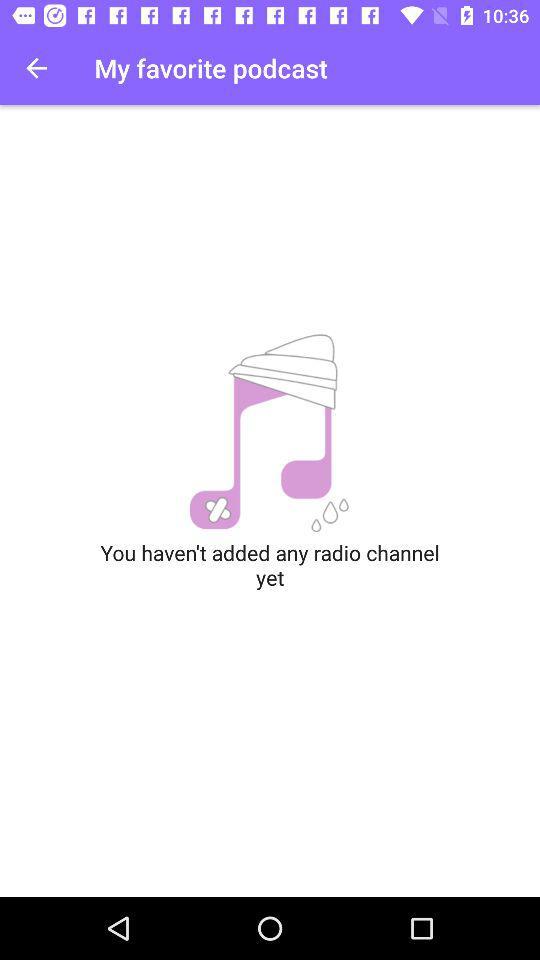 This screenshot has width=540, height=960. Describe the element at coordinates (36, 68) in the screenshot. I see `the icon next to my favorite podcast icon` at that location.